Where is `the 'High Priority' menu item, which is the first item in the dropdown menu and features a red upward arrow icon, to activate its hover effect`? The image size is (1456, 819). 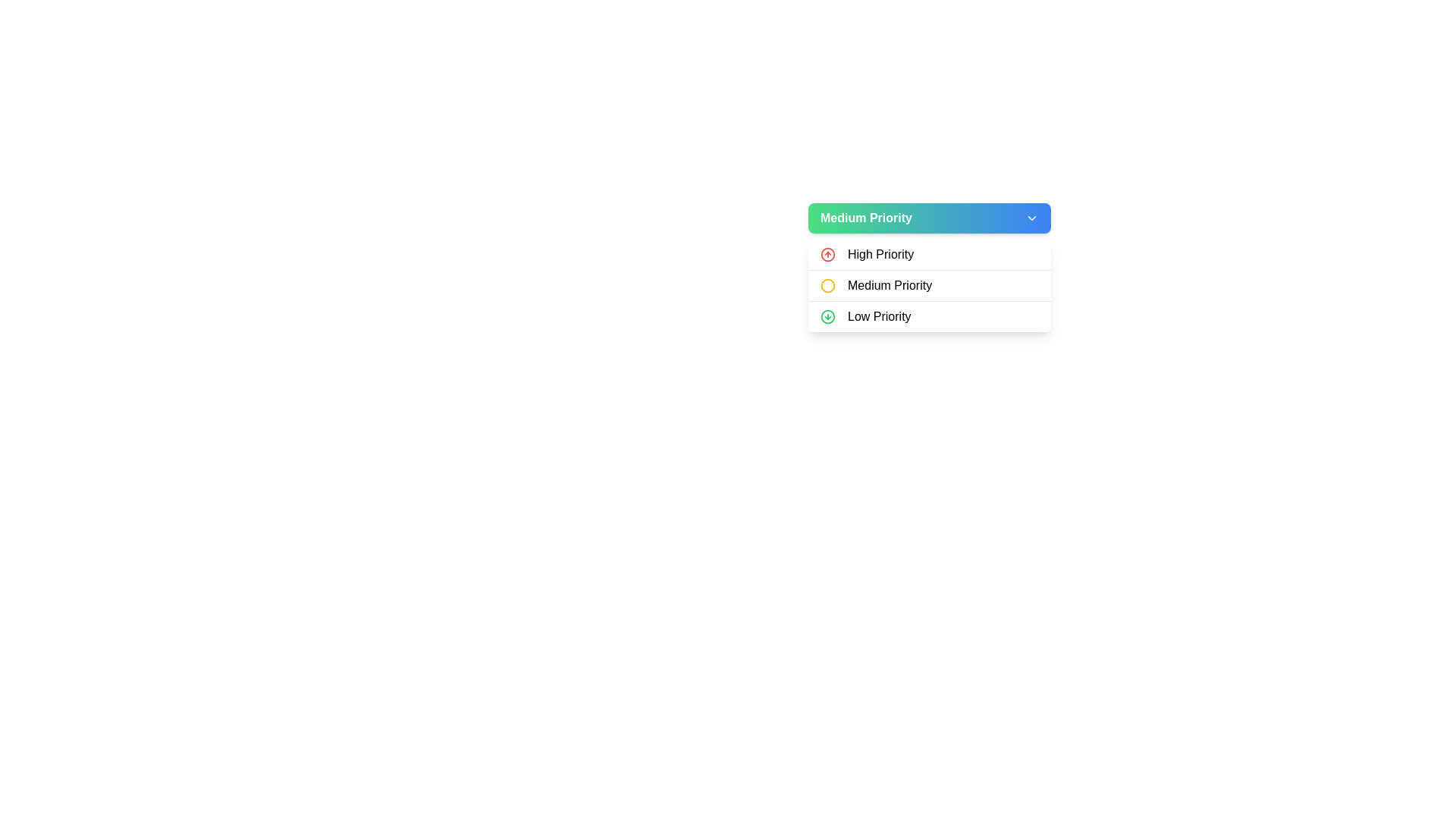
the 'High Priority' menu item, which is the first item in the dropdown menu and features a red upward arrow icon, to activate its hover effect is located at coordinates (928, 253).